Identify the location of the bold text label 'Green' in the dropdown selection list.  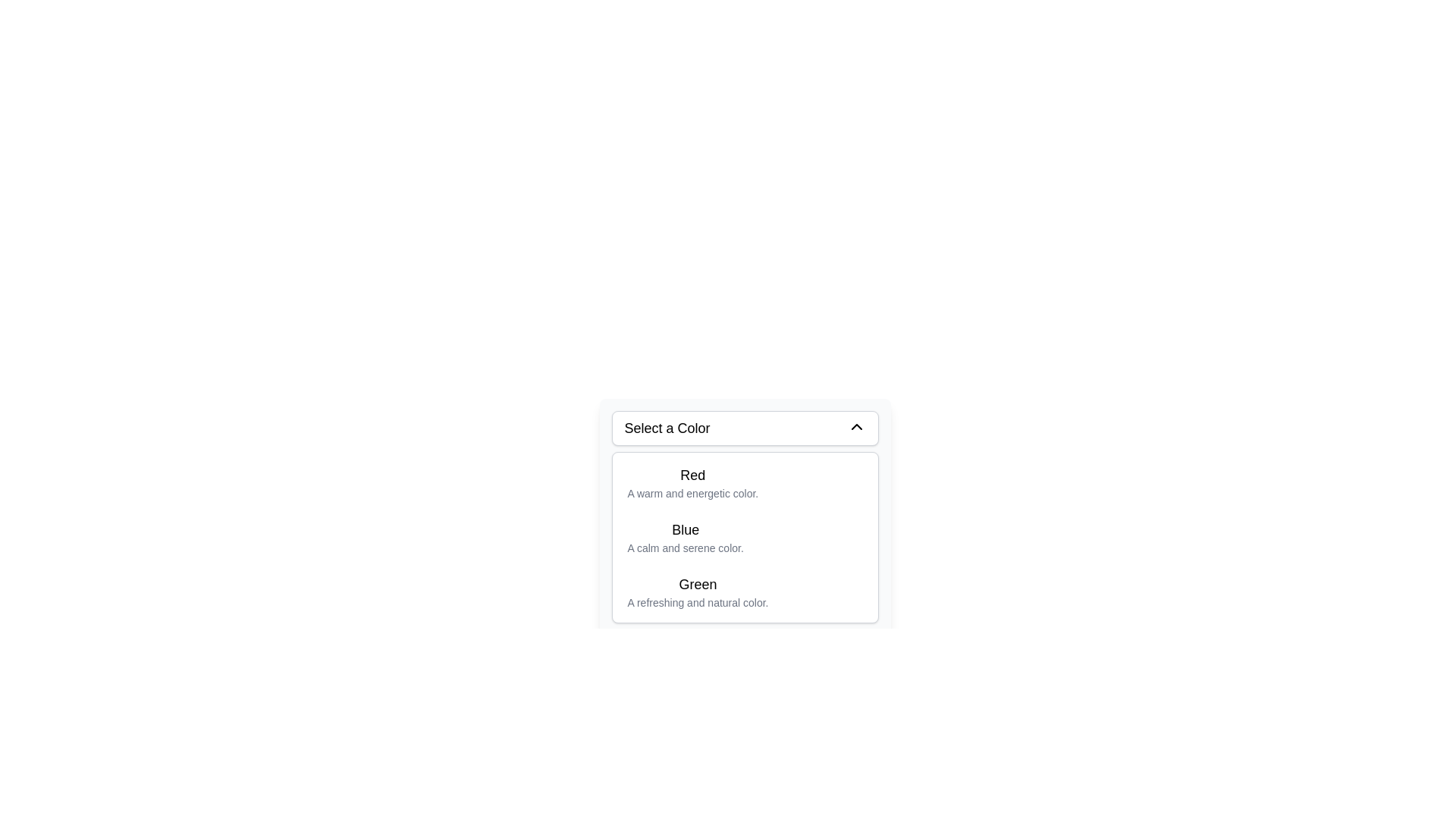
(697, 584).